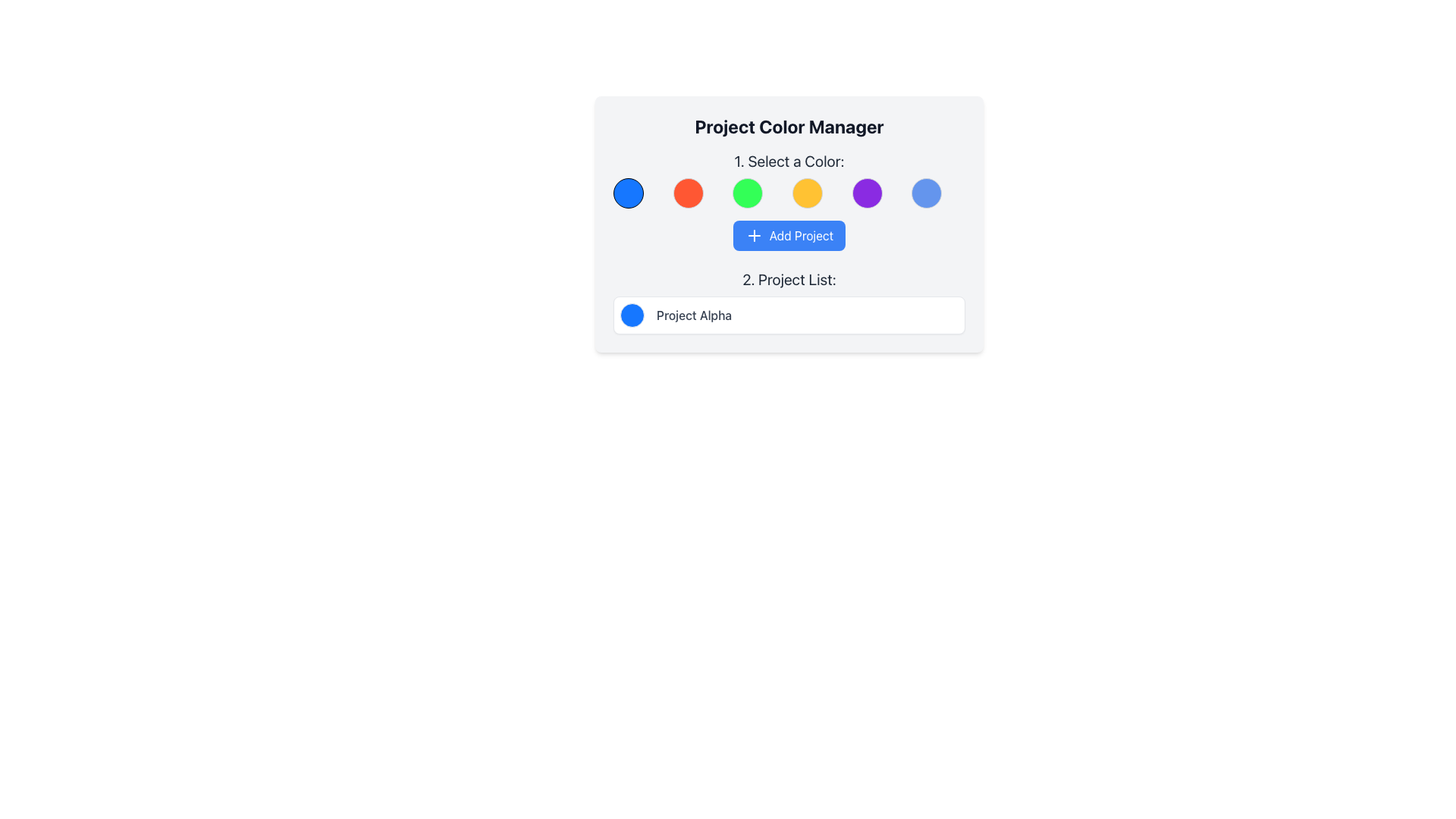 The image size is (1456, 819). I want to click on the second circular button from the left with a bright orange fill color and a thin gray border in the color selection row, so click(687, 192).